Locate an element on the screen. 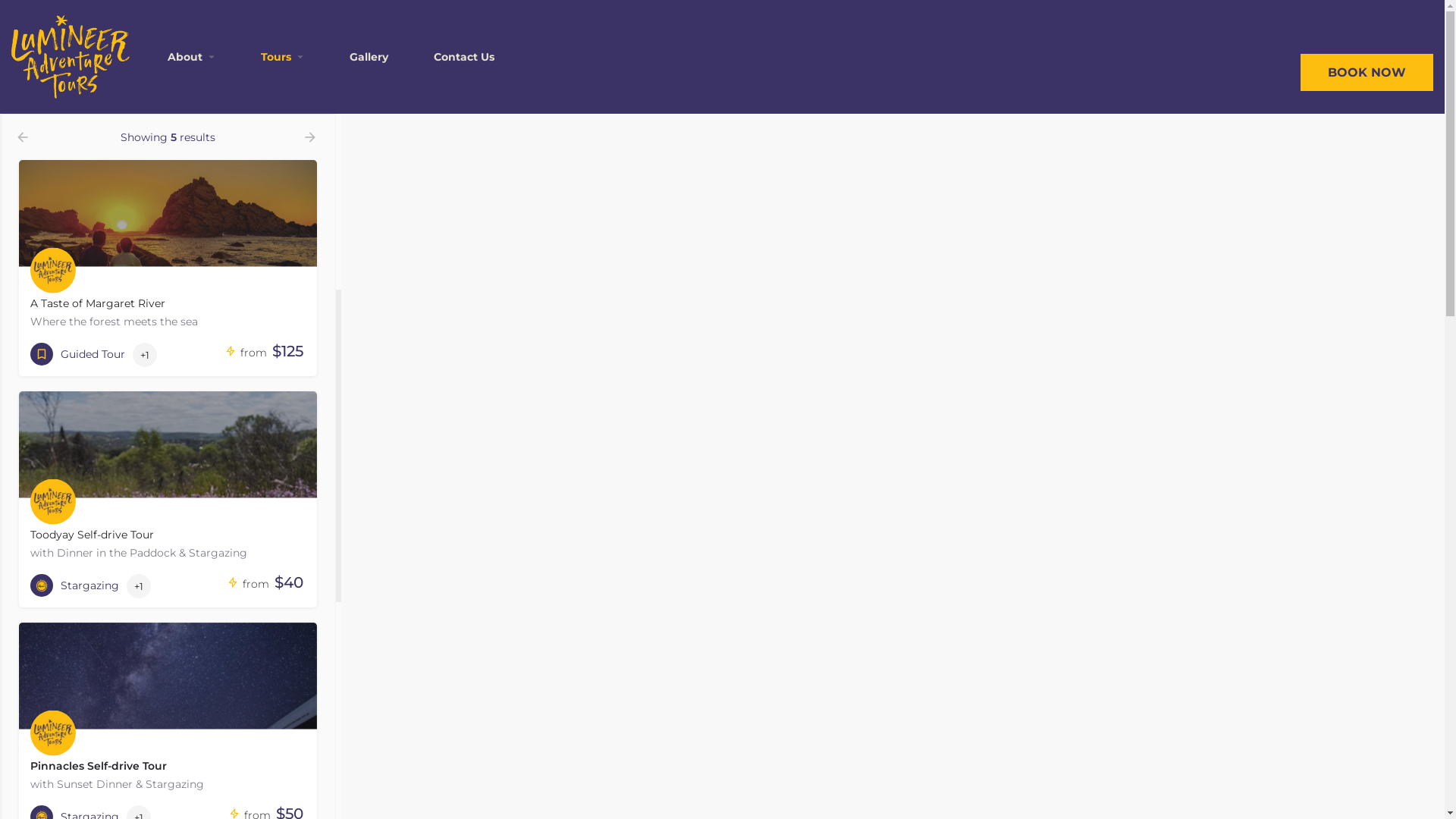  'A Taste of Margaret River is located at coordinates (18, 246).